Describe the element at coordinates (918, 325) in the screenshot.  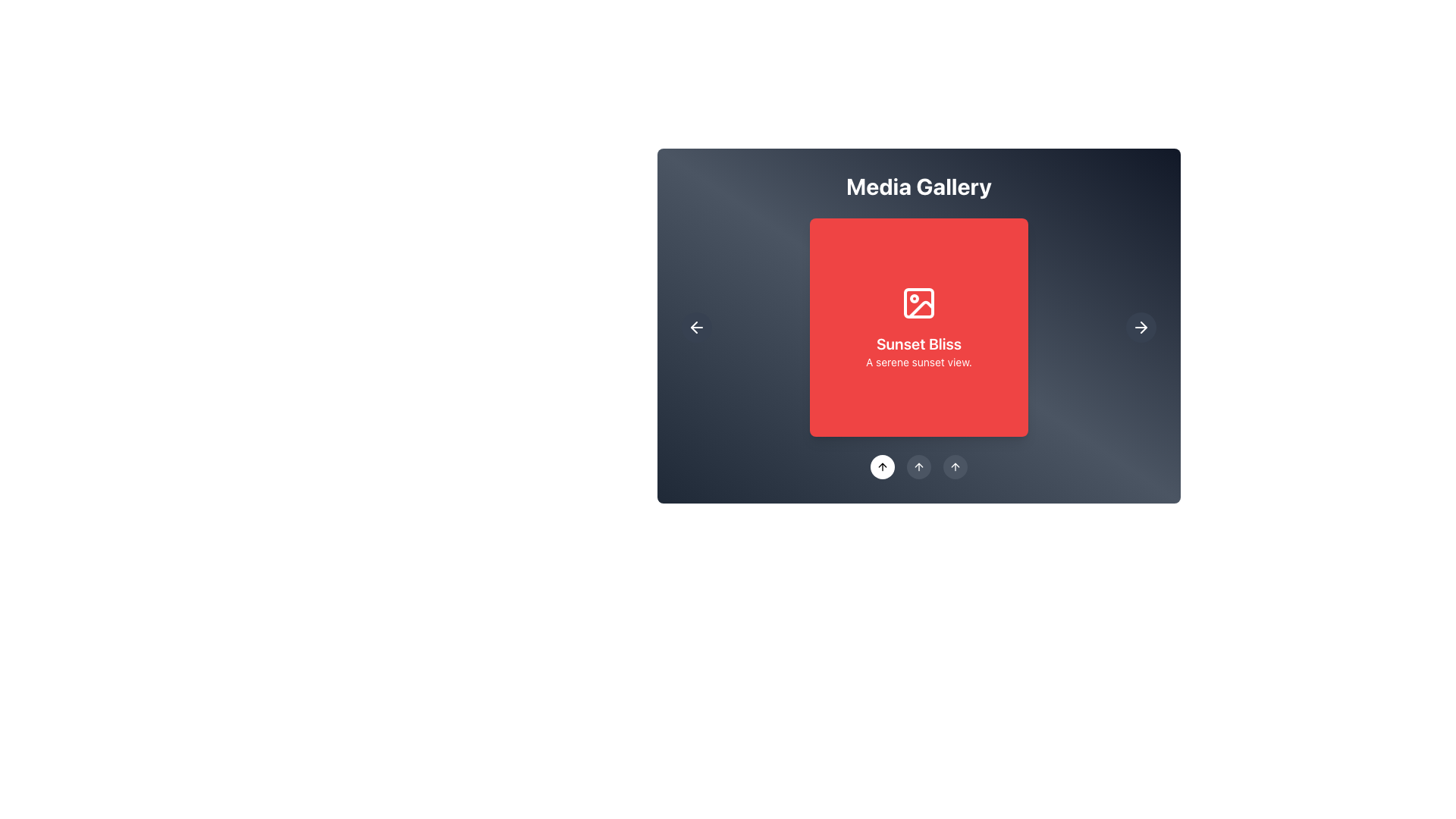
I see `the central content display card titled 'Sunset Bliss' within the media gallery interface to interact with its elements` at that location.